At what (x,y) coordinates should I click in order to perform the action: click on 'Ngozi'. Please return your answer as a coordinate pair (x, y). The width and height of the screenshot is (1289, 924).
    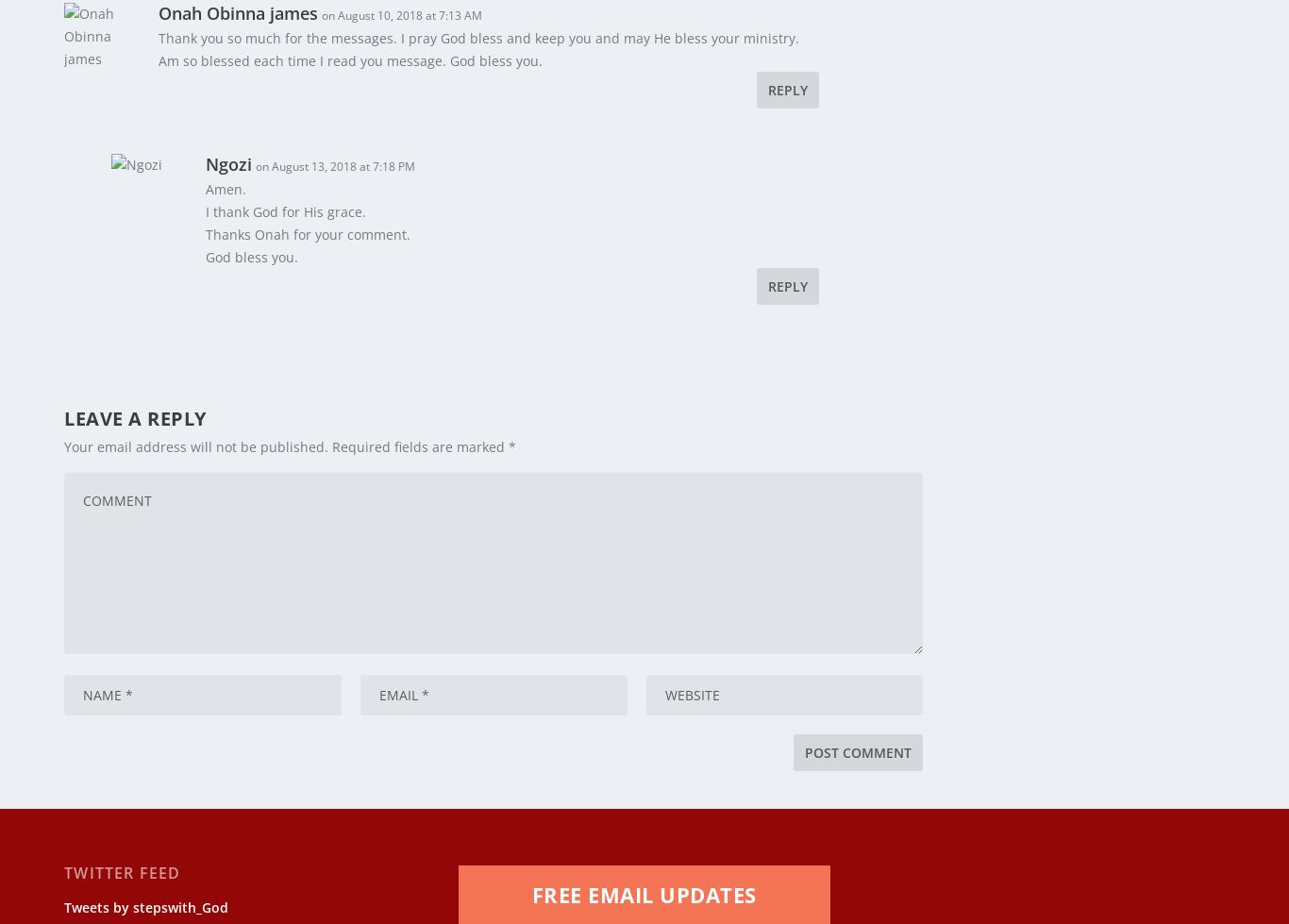
    Looking at the image, I should click on (228, 152).